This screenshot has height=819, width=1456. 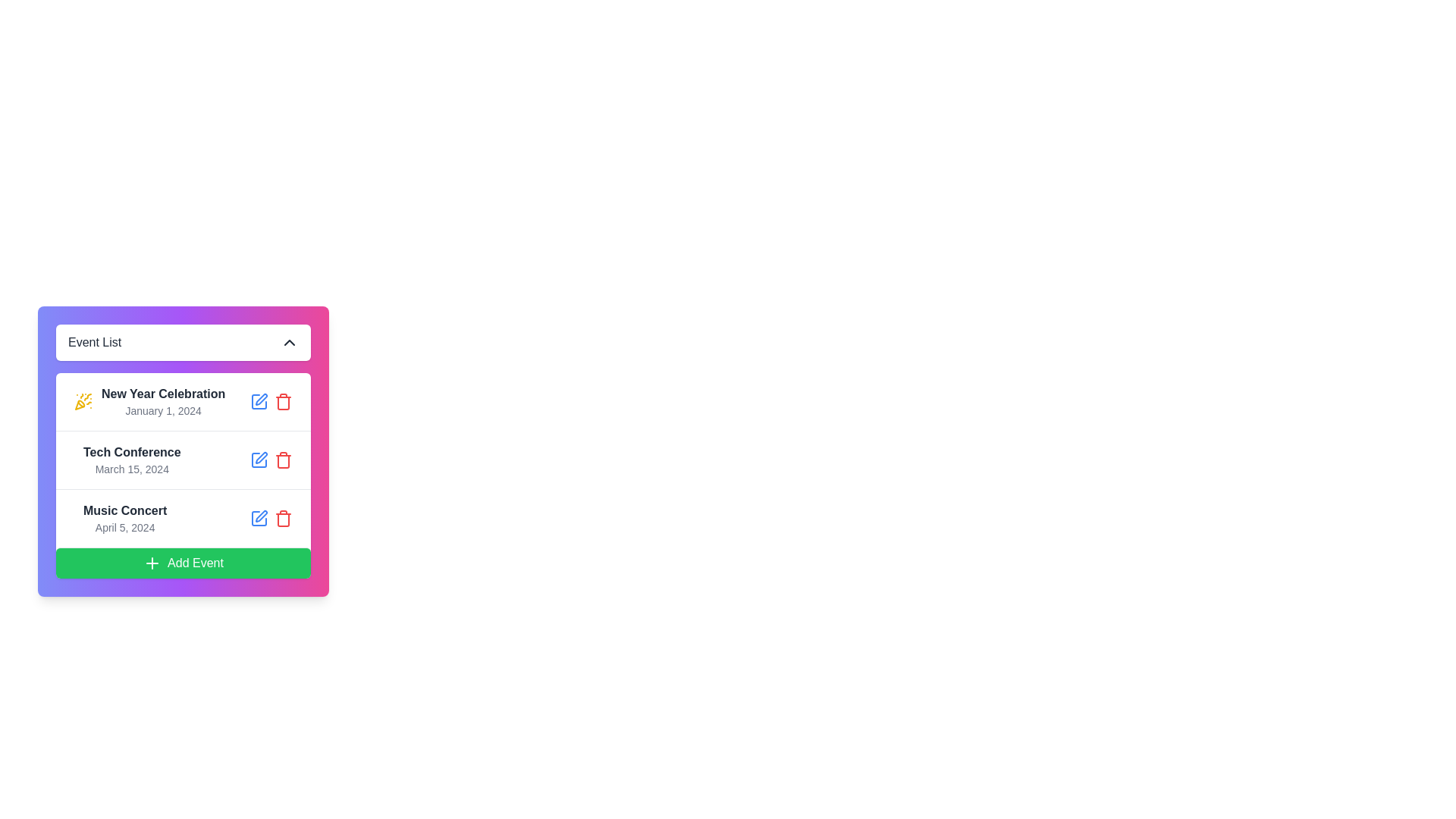 What do you see at coordinates (132, 452) in the screenshot?
I see `the static text label that serves as the title for the event, positioned above the date 'March 15, 2024' in the event list card` at bounding box center [132, 452].